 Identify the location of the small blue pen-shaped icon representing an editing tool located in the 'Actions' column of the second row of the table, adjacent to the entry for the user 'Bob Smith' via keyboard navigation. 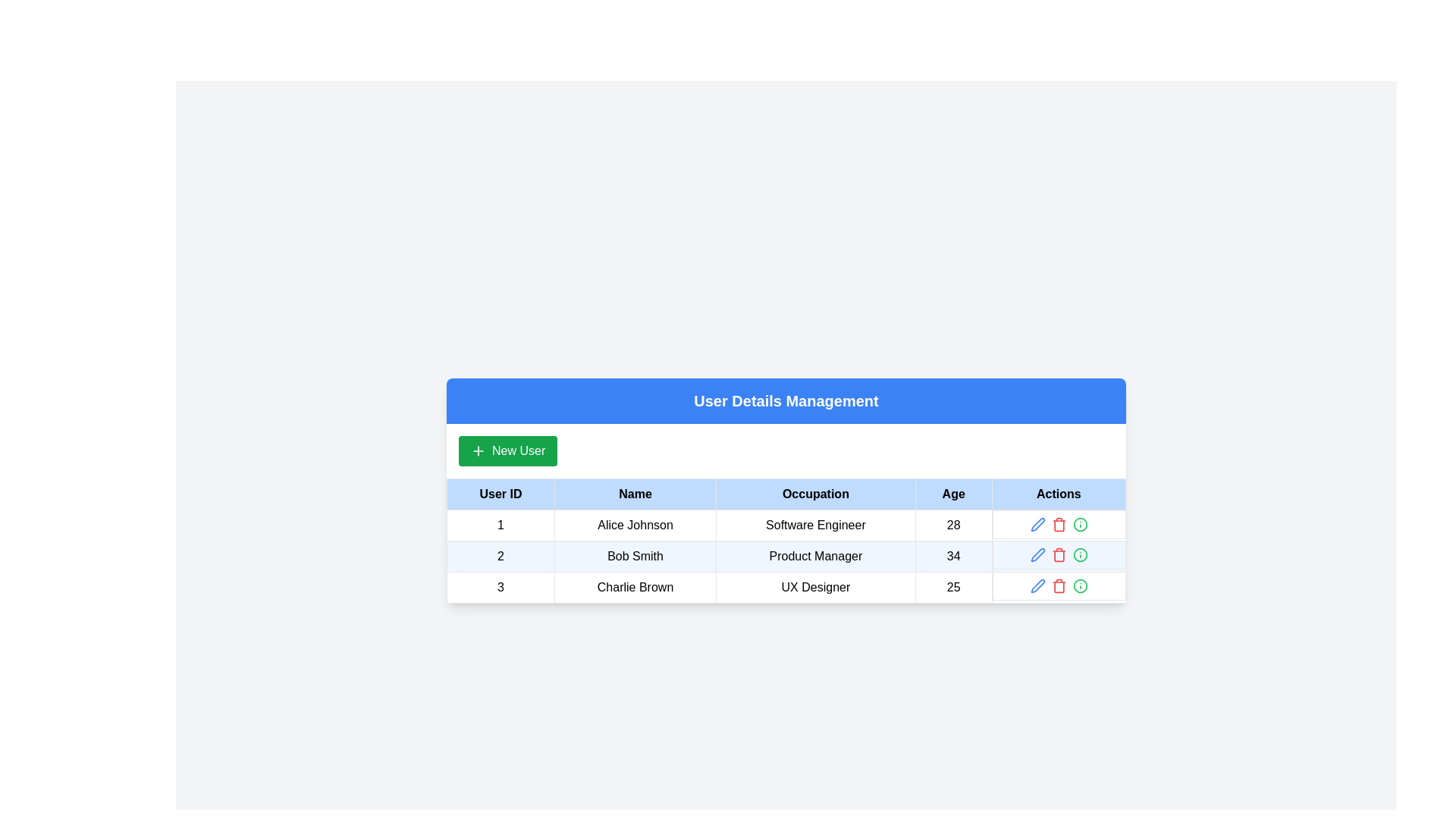
(1037, 523).